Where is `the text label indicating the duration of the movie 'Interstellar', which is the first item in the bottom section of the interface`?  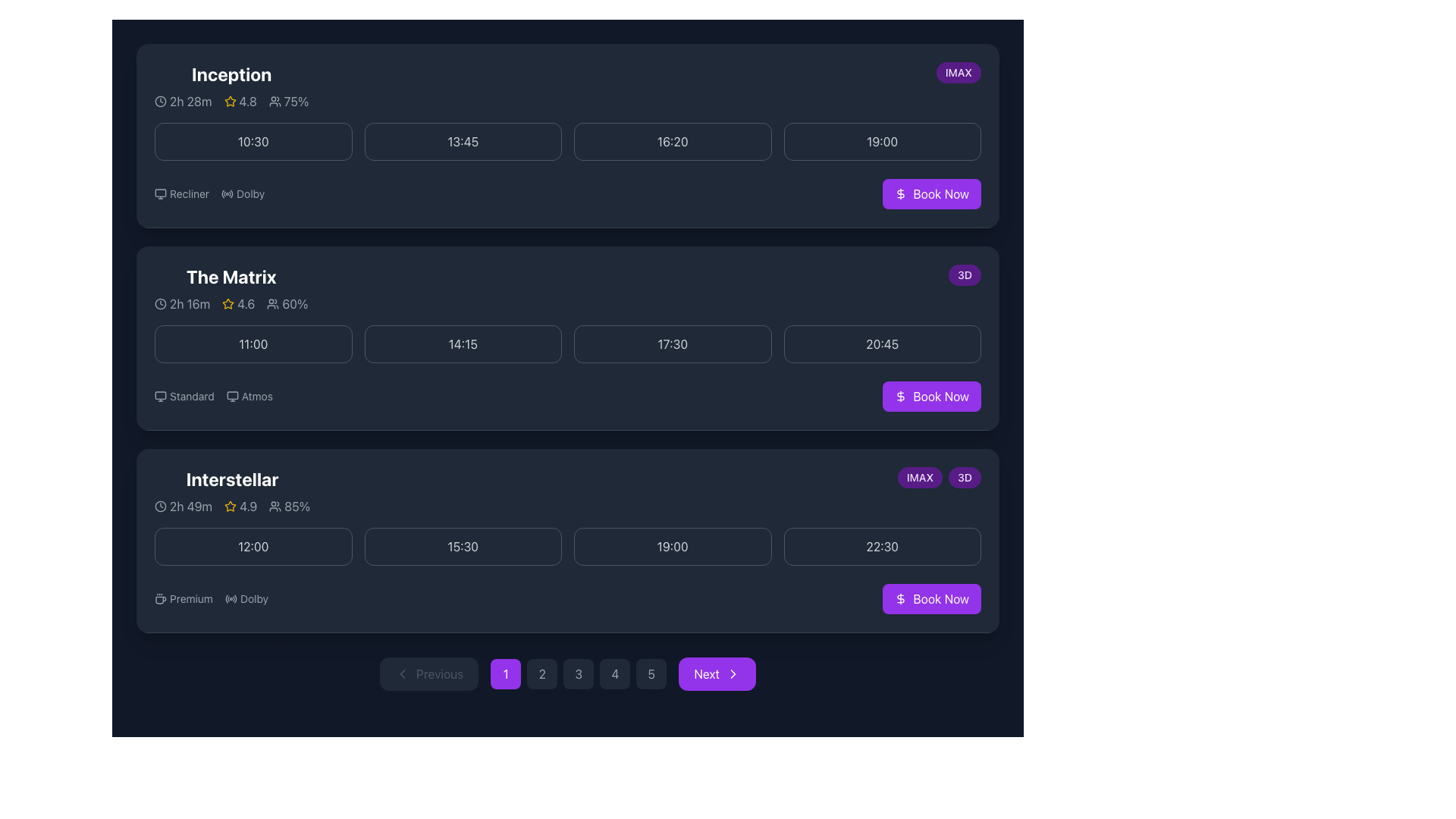
the text label indicating the duration of the movie 'Interstellar', which is the first item in the bottom section of the interface is located at coordinates (183, 506).